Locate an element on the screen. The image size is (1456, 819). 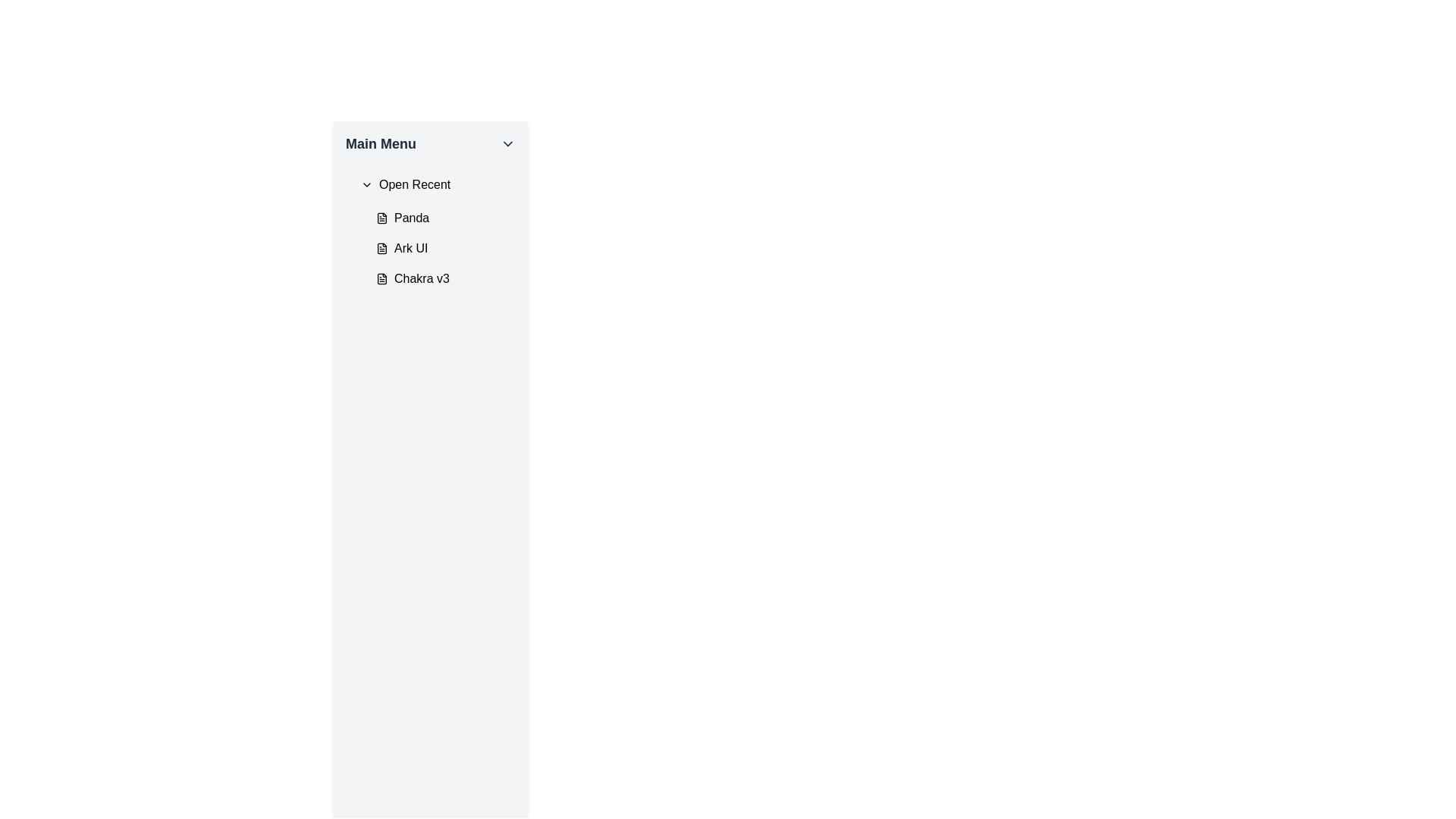
the 'Ark UI' text label, which is the second item under the 'Open Recent' section in the left panel is located at coordinates (411, 247).